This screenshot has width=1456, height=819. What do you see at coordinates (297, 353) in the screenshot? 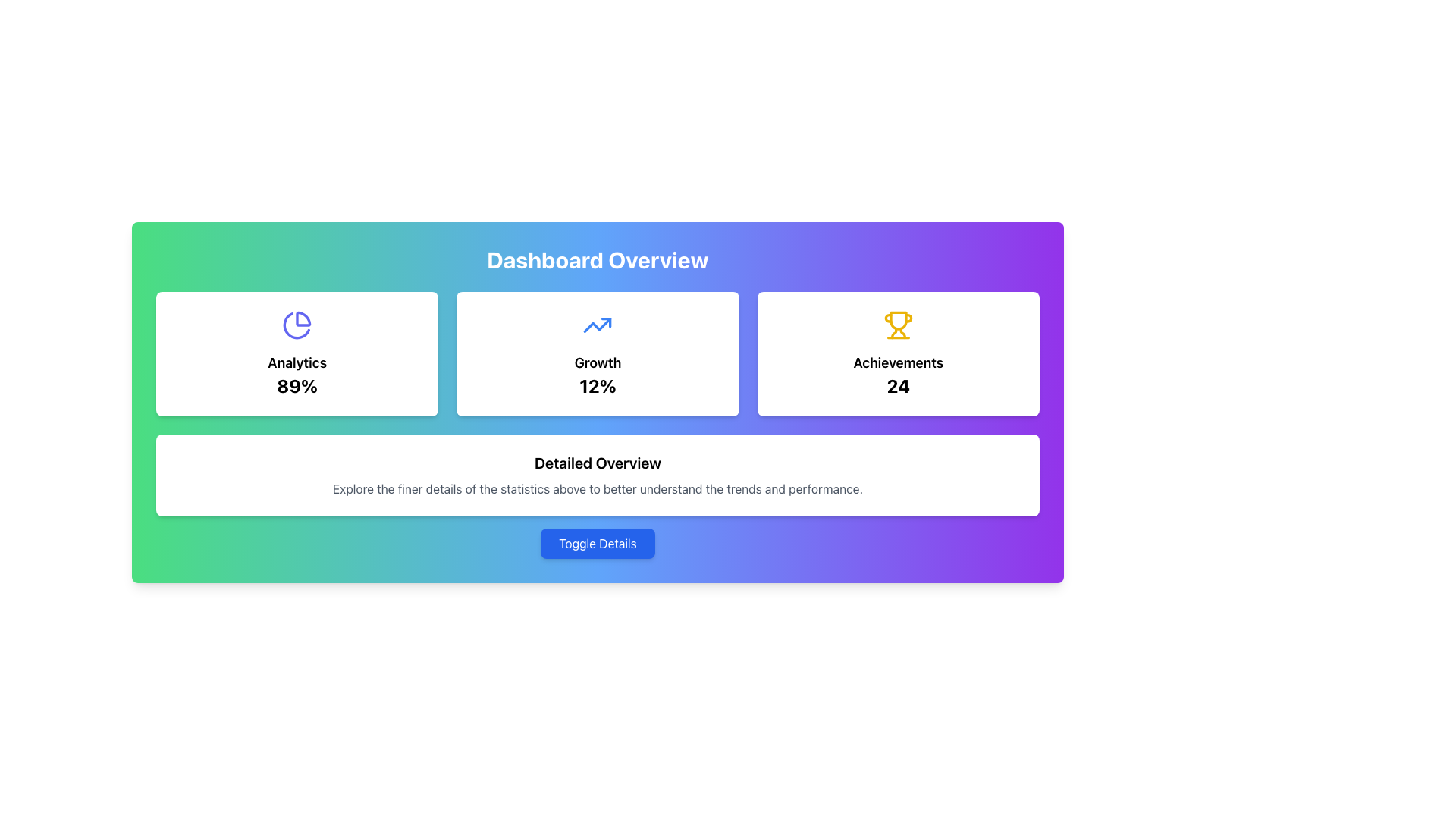
I see `the Summary Card which displays an '89%' analytics percentage and a pie chart icon, positioned as the leftmost card in a grid arrangement` at bounding box center [297, 353].